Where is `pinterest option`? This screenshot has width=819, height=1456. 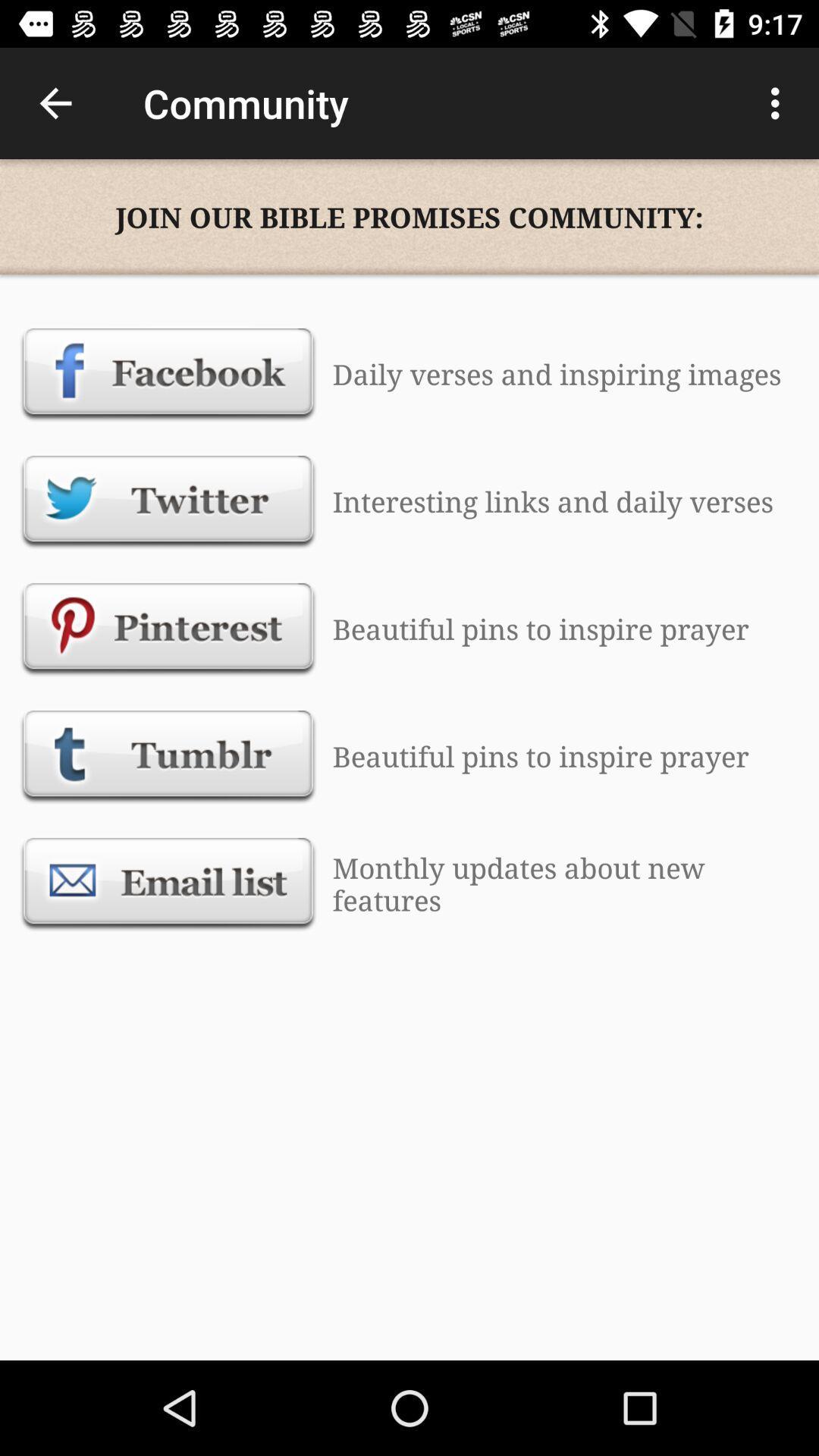
pinterest option is located at coordinates (168, 629).